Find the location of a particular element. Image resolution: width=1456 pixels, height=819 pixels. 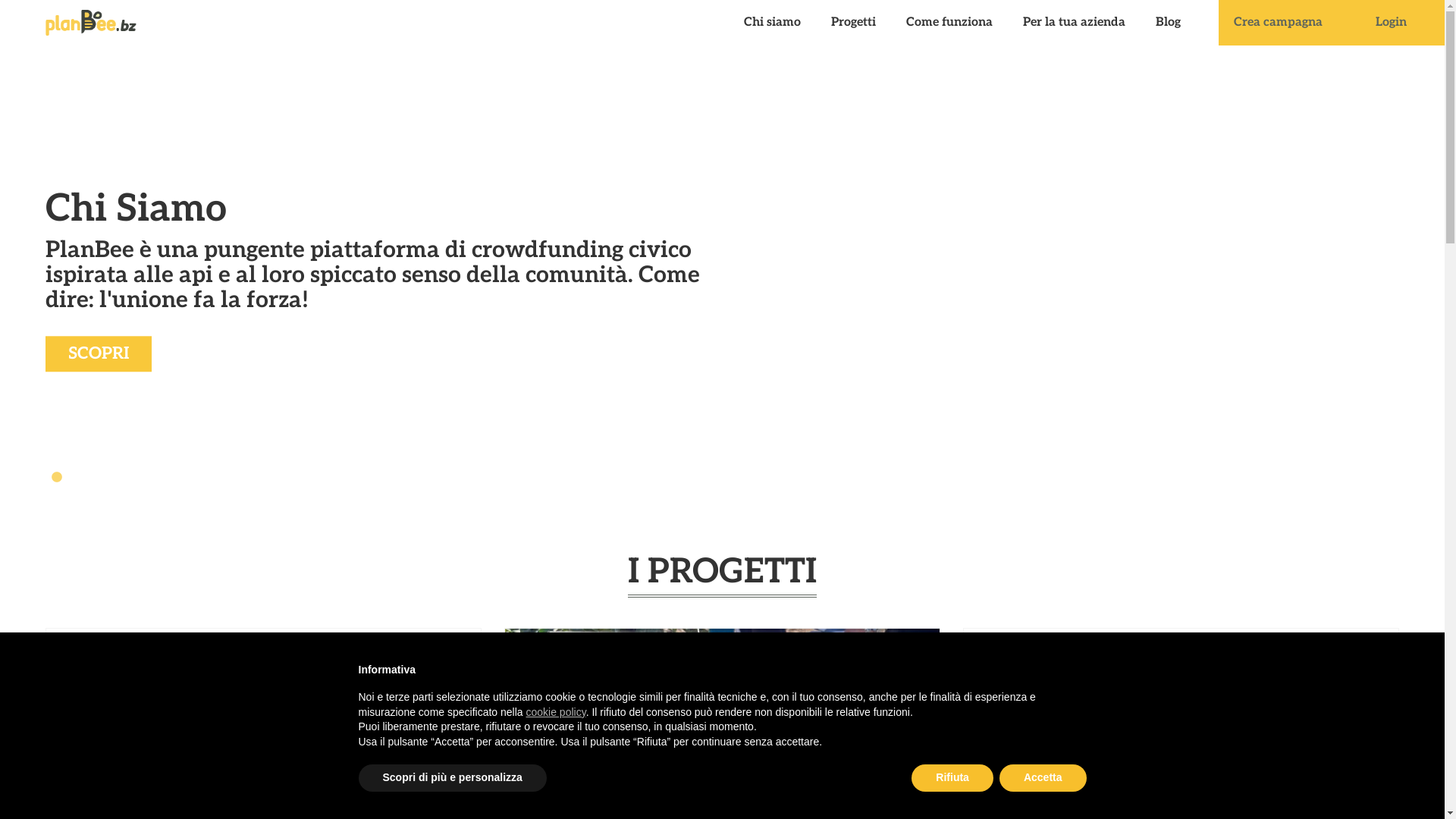

'1' is located at coordinates (57, 476).